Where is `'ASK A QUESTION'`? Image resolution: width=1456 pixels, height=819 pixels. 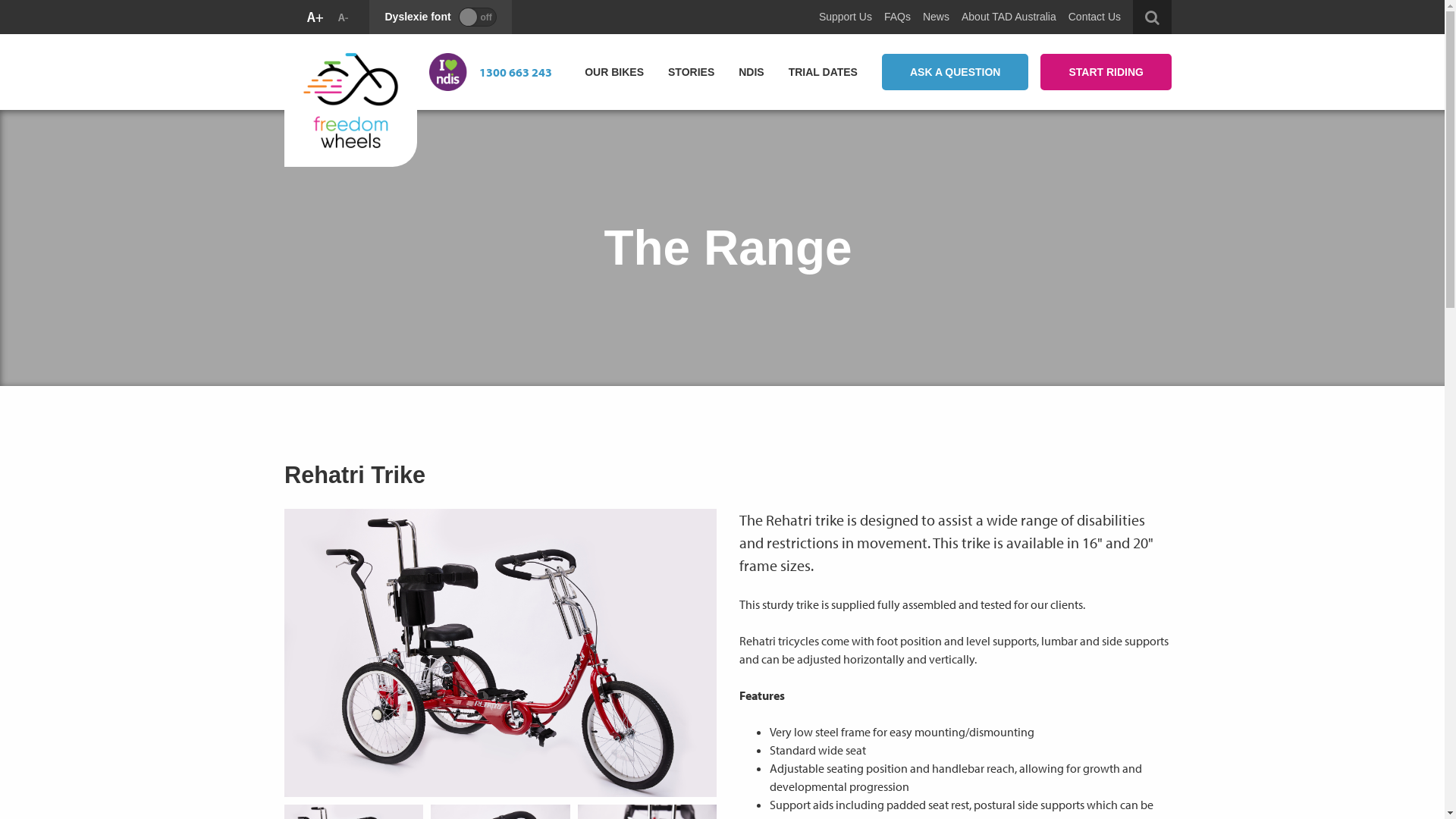
'ASK A QUESTION' is located at coordinates (881, 72).